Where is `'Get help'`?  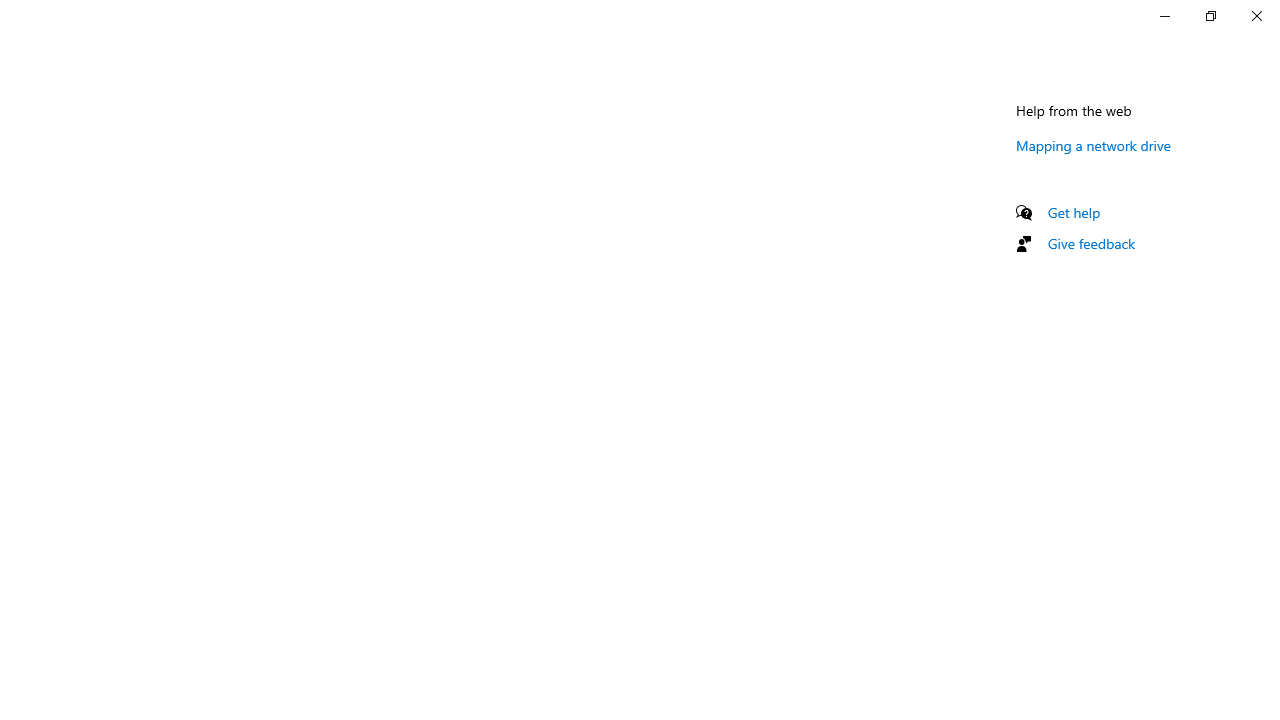
'Get help' is located at coordinates (1073, 212).